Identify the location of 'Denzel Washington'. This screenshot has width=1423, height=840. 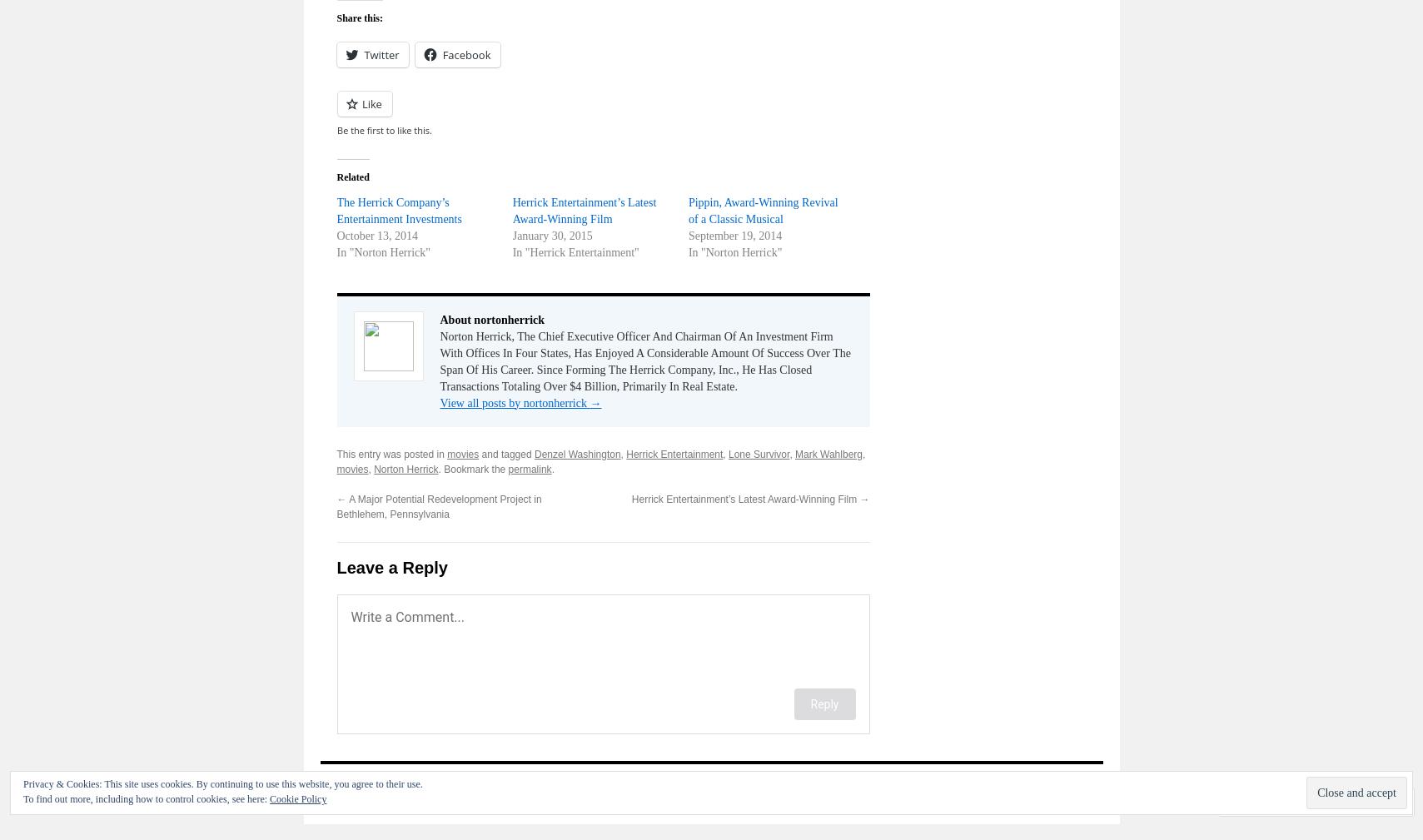
(575, 453).